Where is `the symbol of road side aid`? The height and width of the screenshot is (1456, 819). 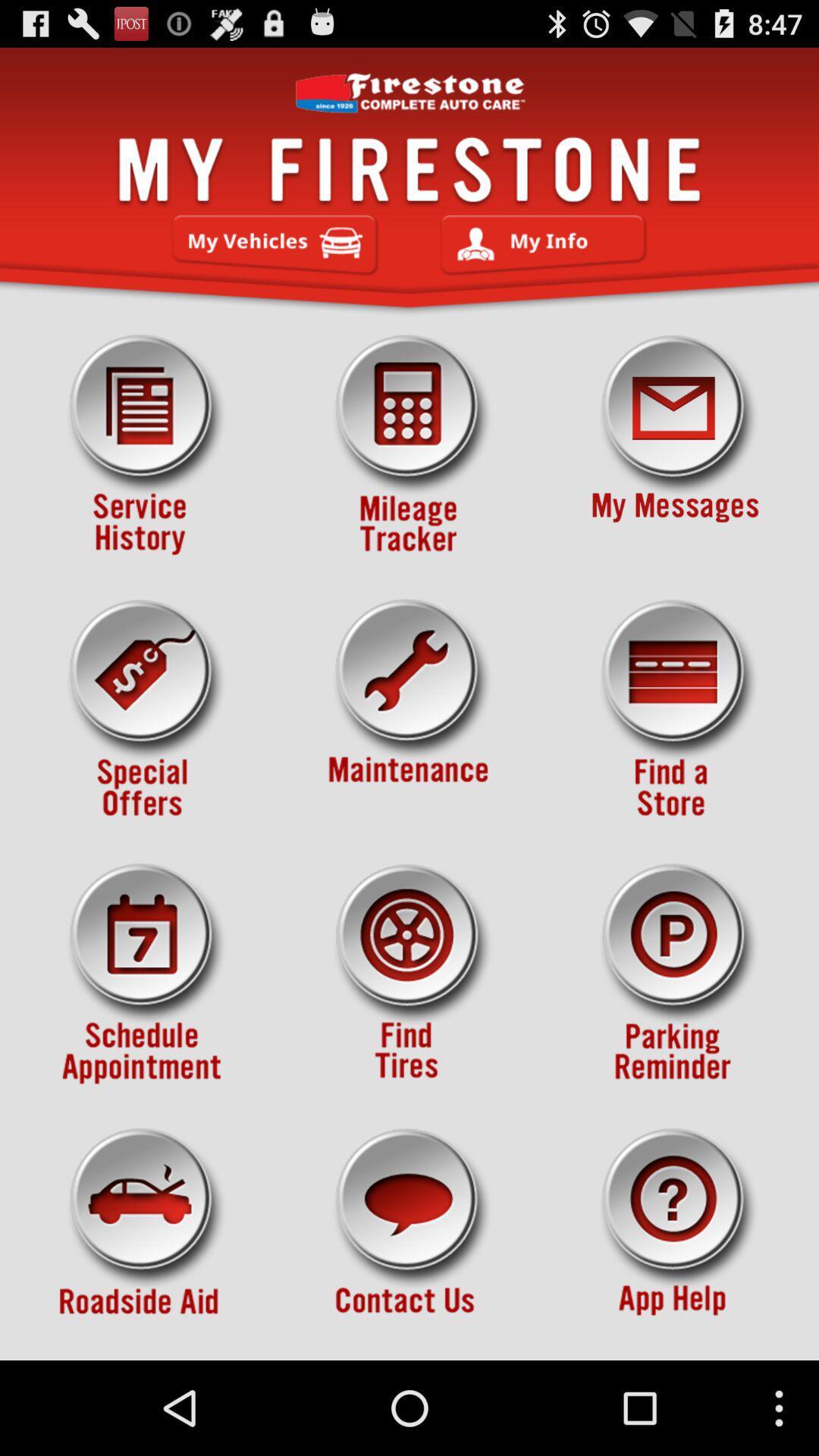 the symbol of road side aid is located at coordinates (143, 1238).